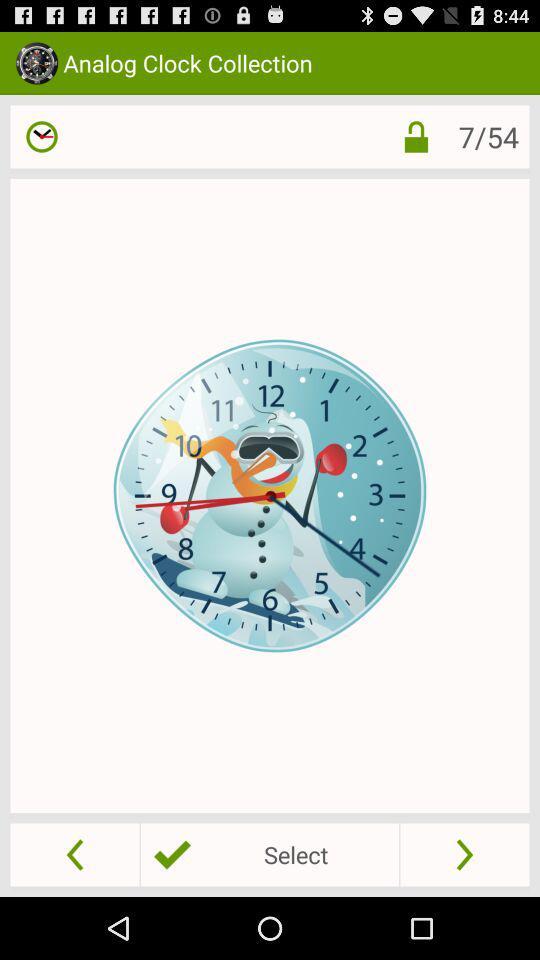 The image size is (540, 960). What do you see at coordinates (415, 135) in the screenshot?
I see `the item to the left of 7/54 icon` at bounding box center [415, 135].